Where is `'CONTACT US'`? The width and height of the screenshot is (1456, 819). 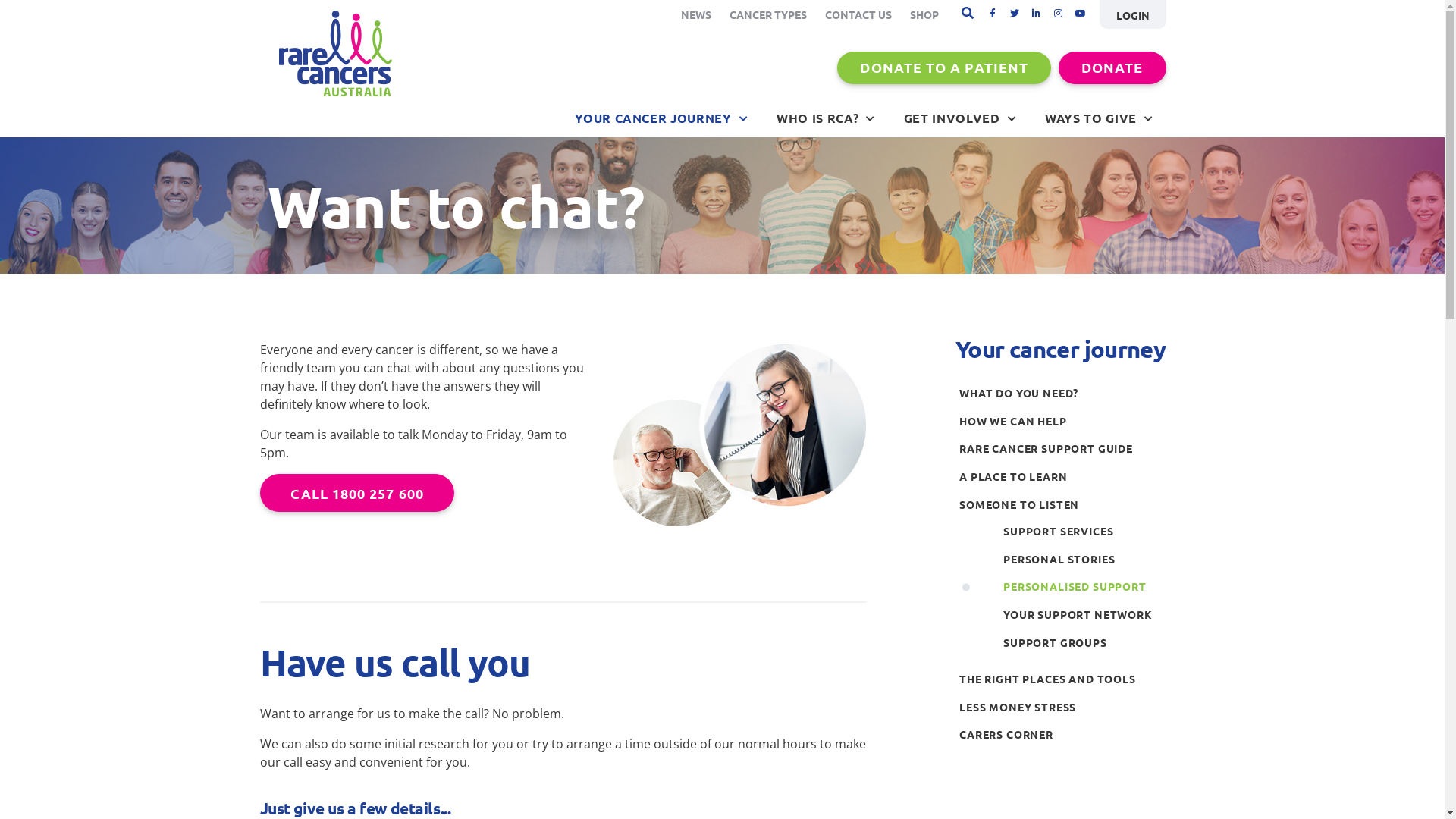
'CONTACT US' is located at coordinates (858, 14).